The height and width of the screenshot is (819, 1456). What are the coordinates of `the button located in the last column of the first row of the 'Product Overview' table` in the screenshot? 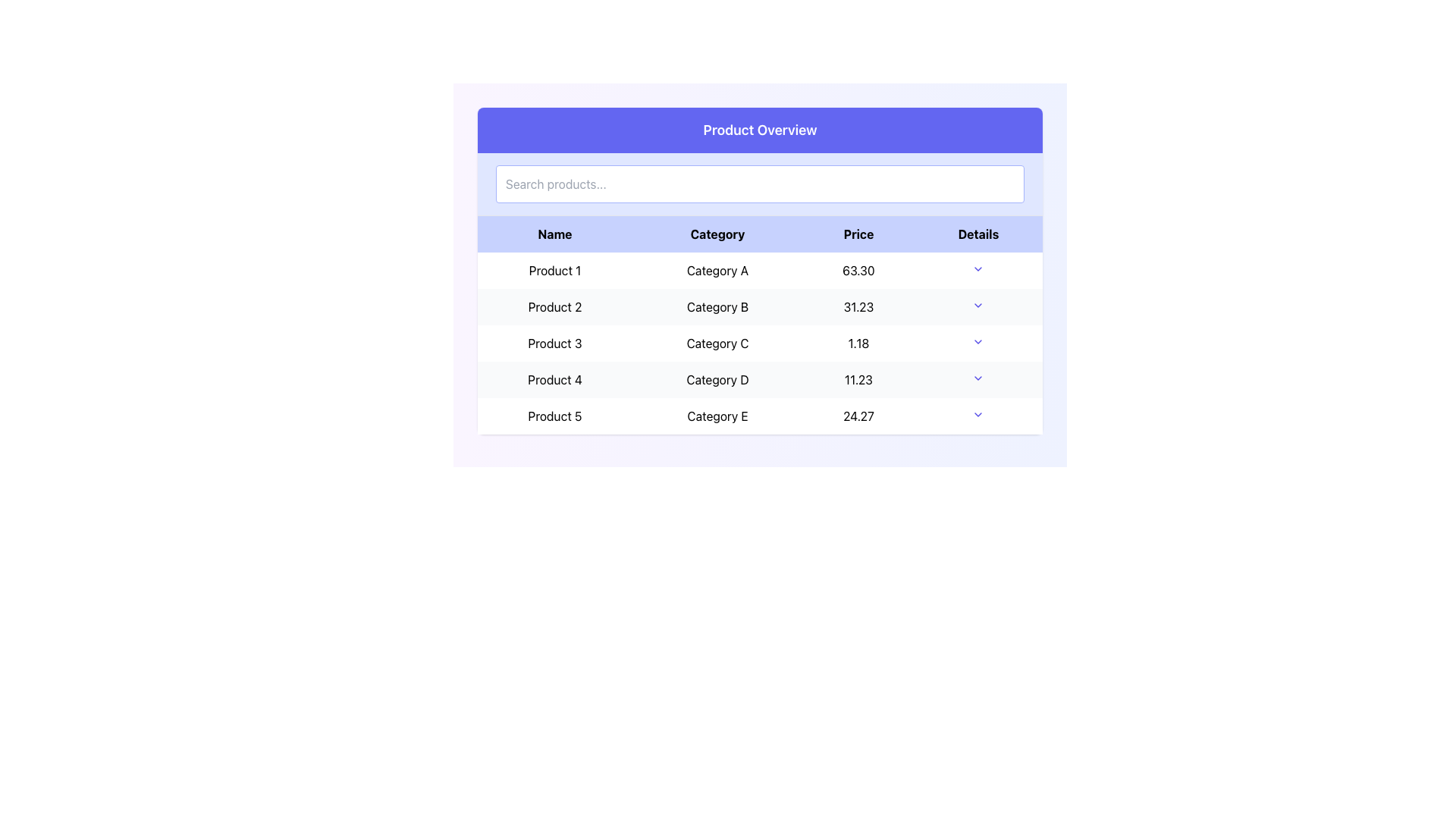 It's located at (978, 270).